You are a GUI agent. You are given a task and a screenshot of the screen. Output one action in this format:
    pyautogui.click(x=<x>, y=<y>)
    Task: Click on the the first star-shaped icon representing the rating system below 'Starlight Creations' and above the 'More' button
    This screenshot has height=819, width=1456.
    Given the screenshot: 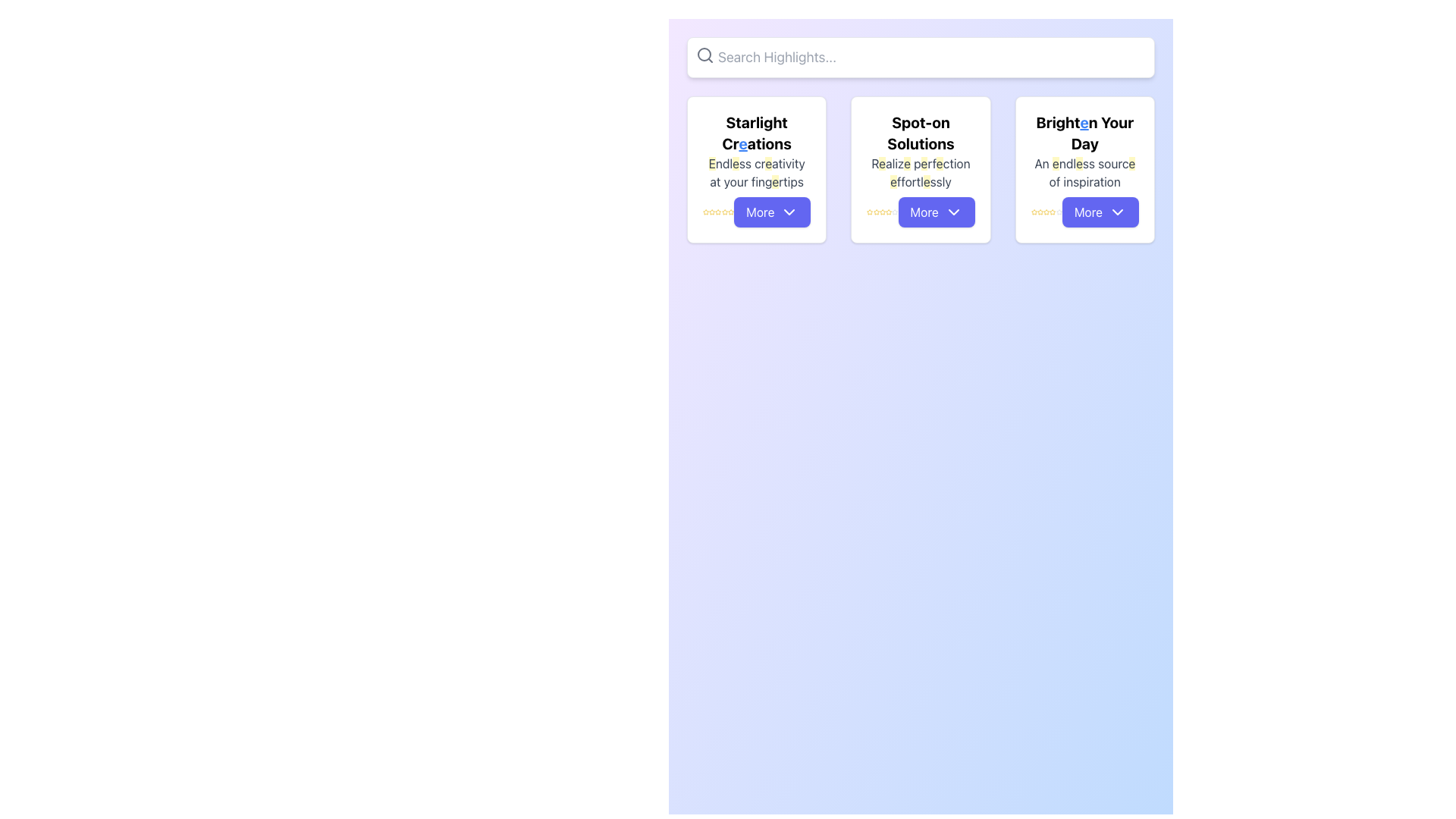 What is the action you would take?
    pyautogui.click(x=705, y=212)
    